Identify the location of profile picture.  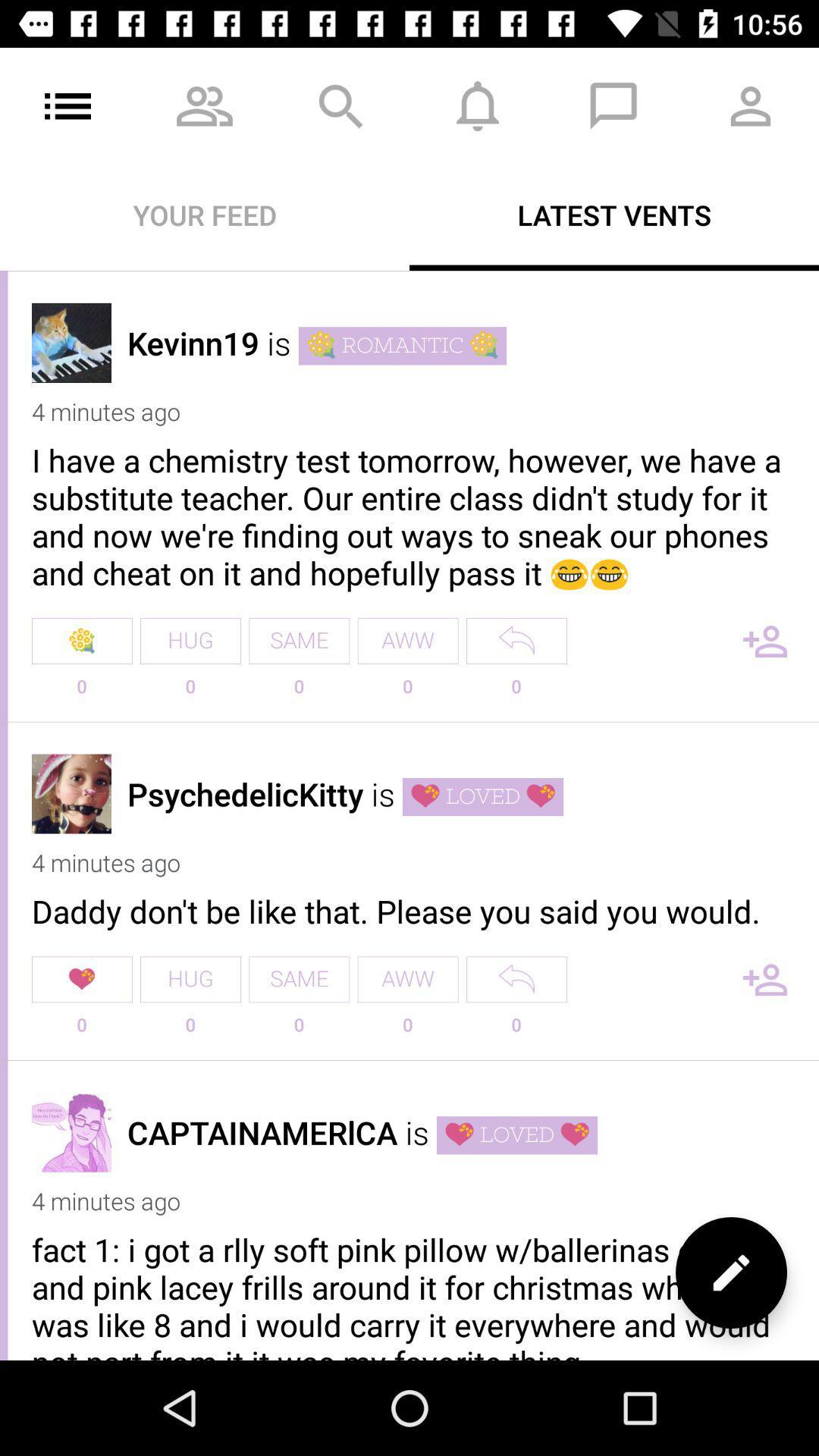
(71, 792).